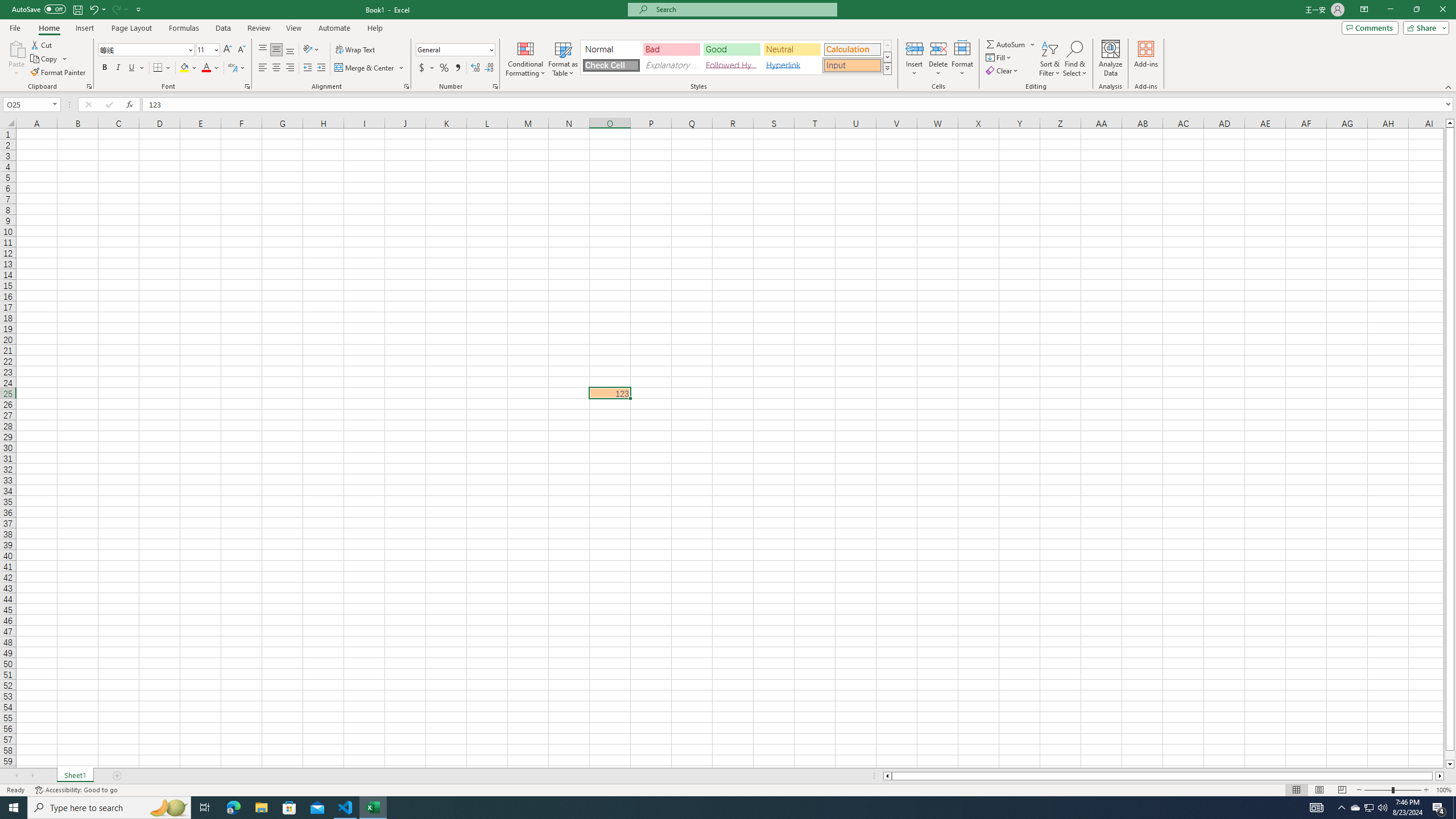 The image size is (1456, 819). What do you see at coordinates (937, 59) in the screenshot?
I see `'Delete'` at bounding box center [937, 59].